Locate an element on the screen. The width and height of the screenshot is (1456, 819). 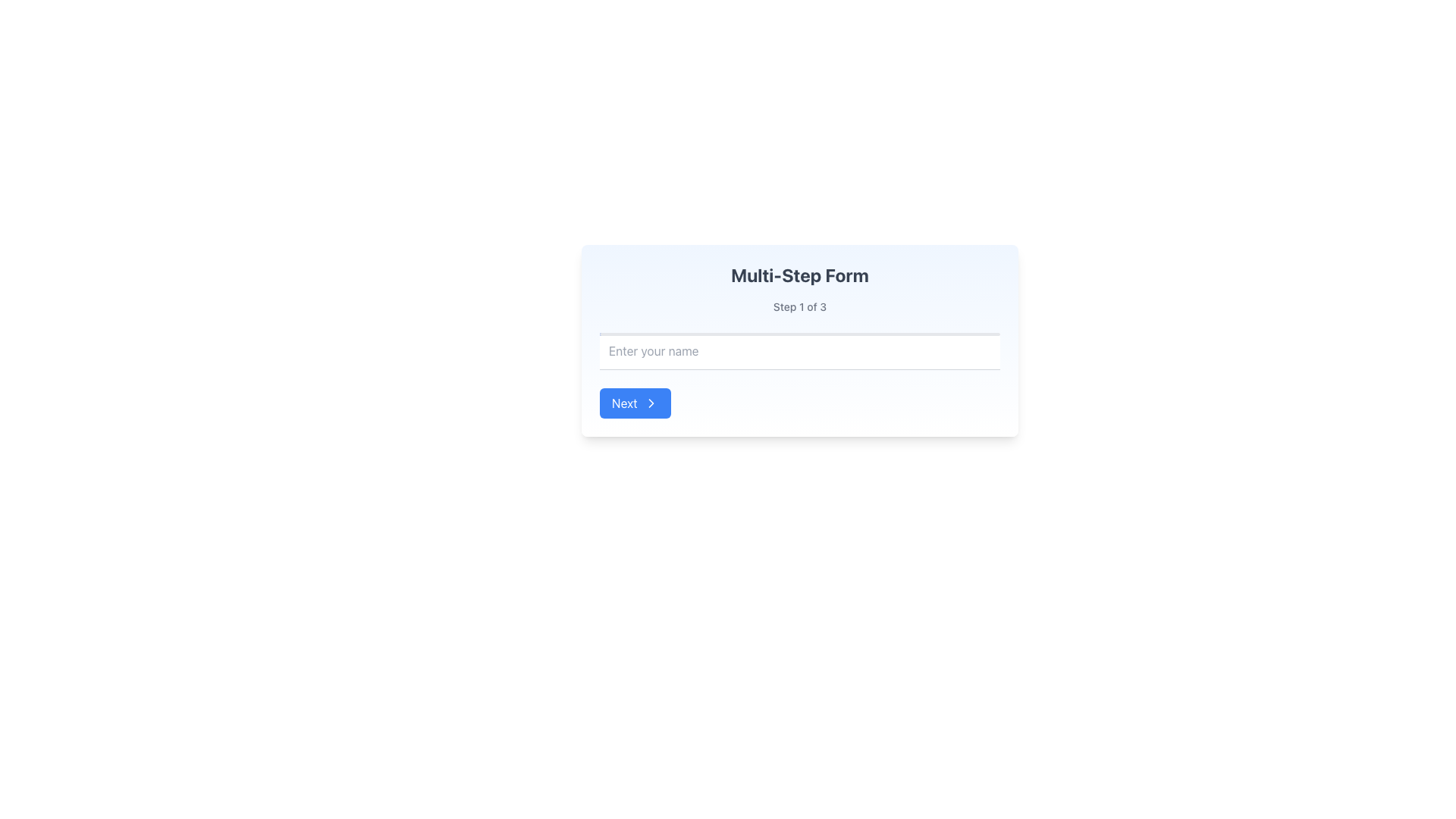
the chevron arrow icon pointing to the right, which is located to the right of the text 'Next' inside a button in the bottom left quadrant of the form interface is located at coordinates (651, 403).